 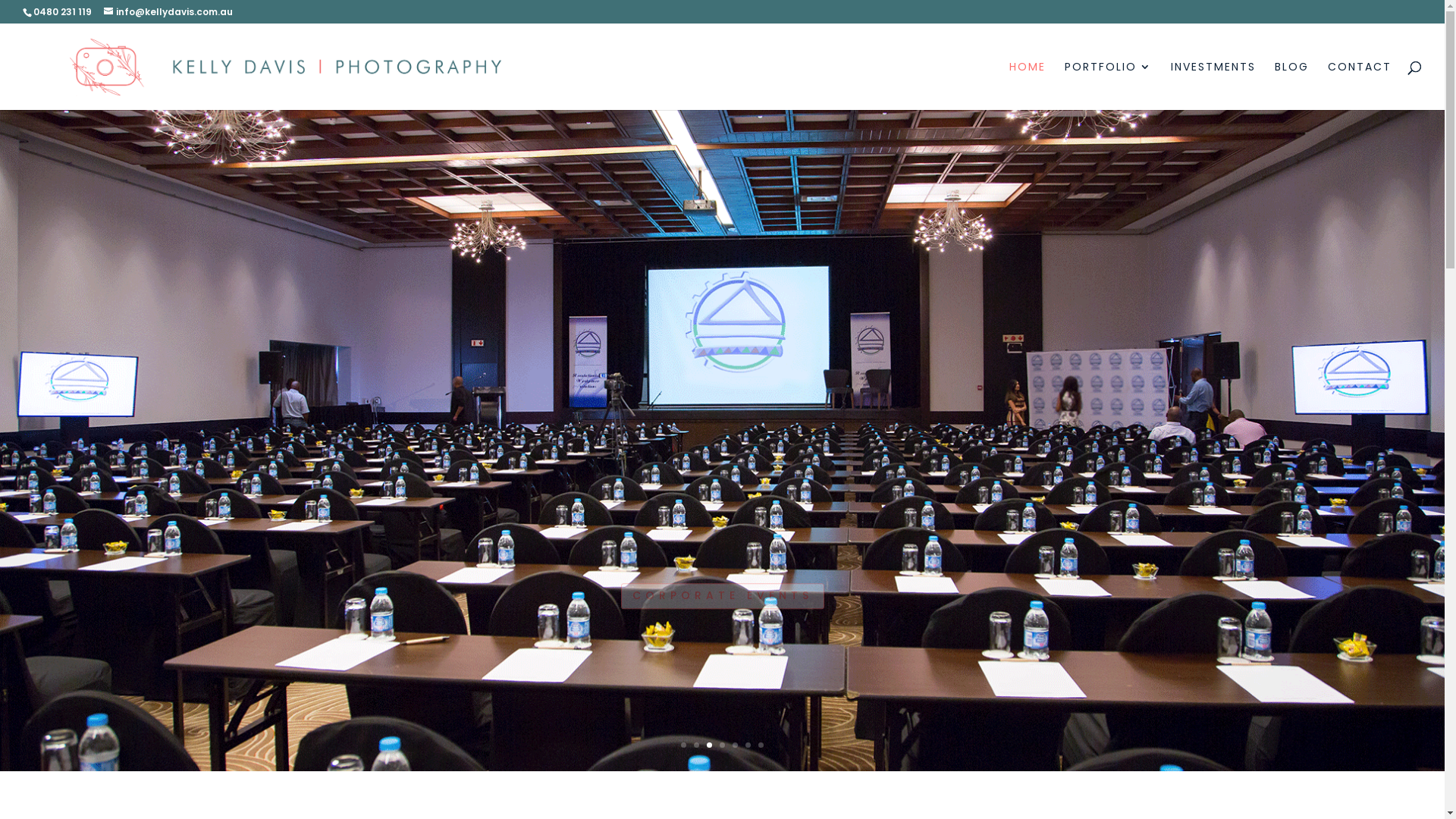 I want to click on '4', so click(x=719, y=744).